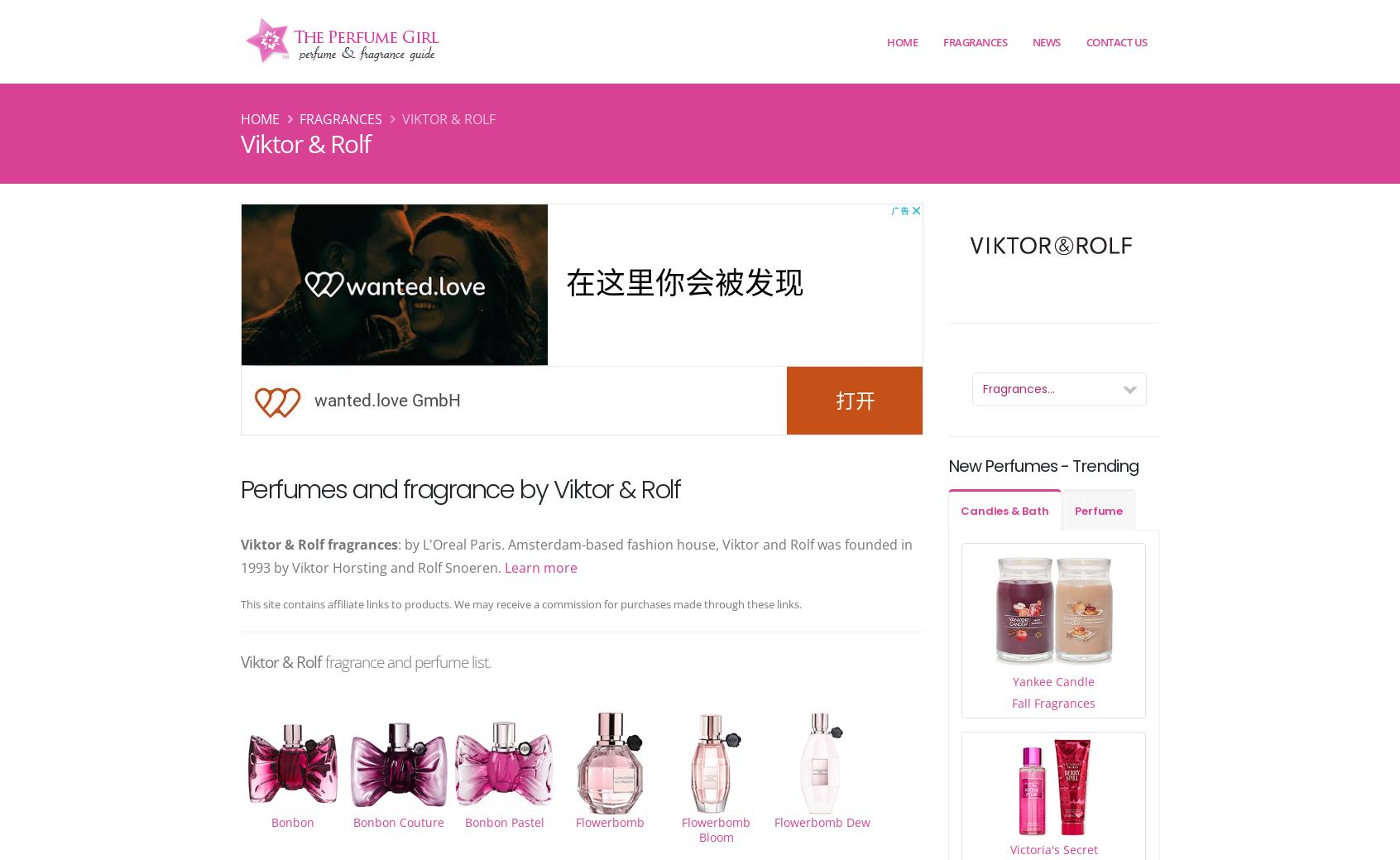  I want to click on 'Yankee Candle', so click(1052, 680).